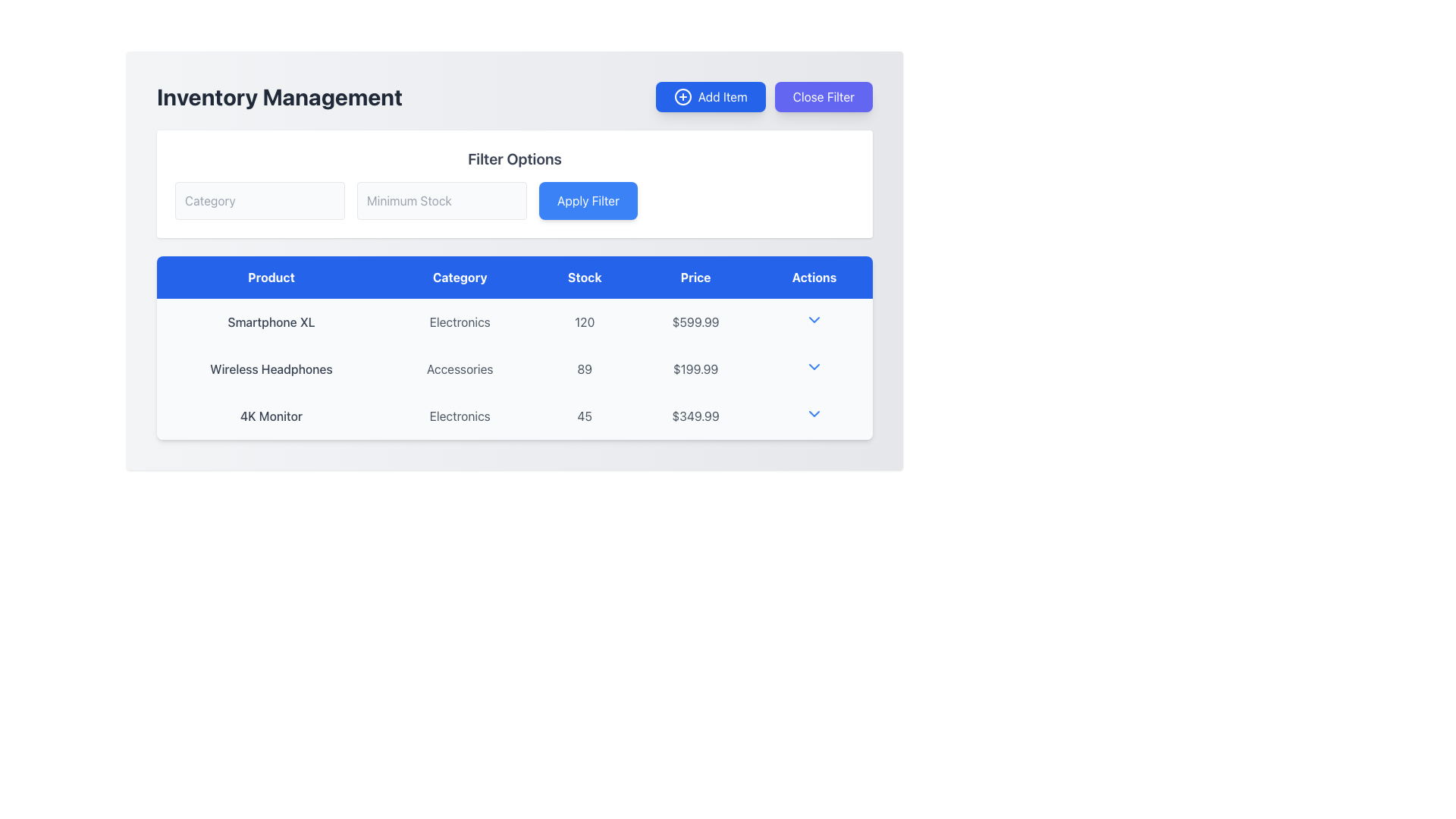  What do you see at coordinates (682, 96) in the screenshot?
I see `the 'Add Item' button by clicking on the centered icon element, which is a circular icon with a '+' symbol inside` at bounding box center [682, 96].